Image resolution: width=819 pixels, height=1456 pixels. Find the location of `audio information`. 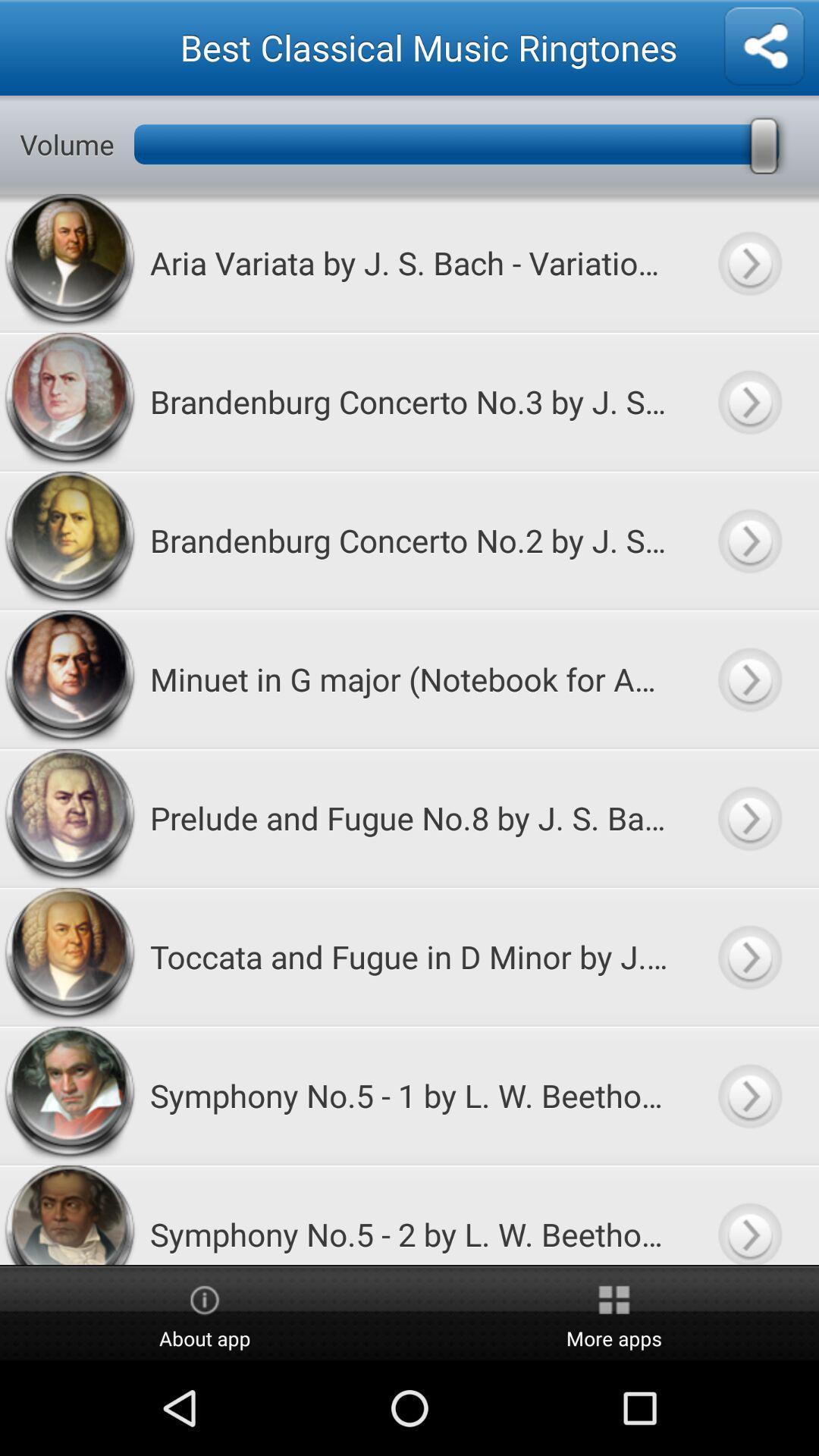

audio information is located at coordinates (748, 401).